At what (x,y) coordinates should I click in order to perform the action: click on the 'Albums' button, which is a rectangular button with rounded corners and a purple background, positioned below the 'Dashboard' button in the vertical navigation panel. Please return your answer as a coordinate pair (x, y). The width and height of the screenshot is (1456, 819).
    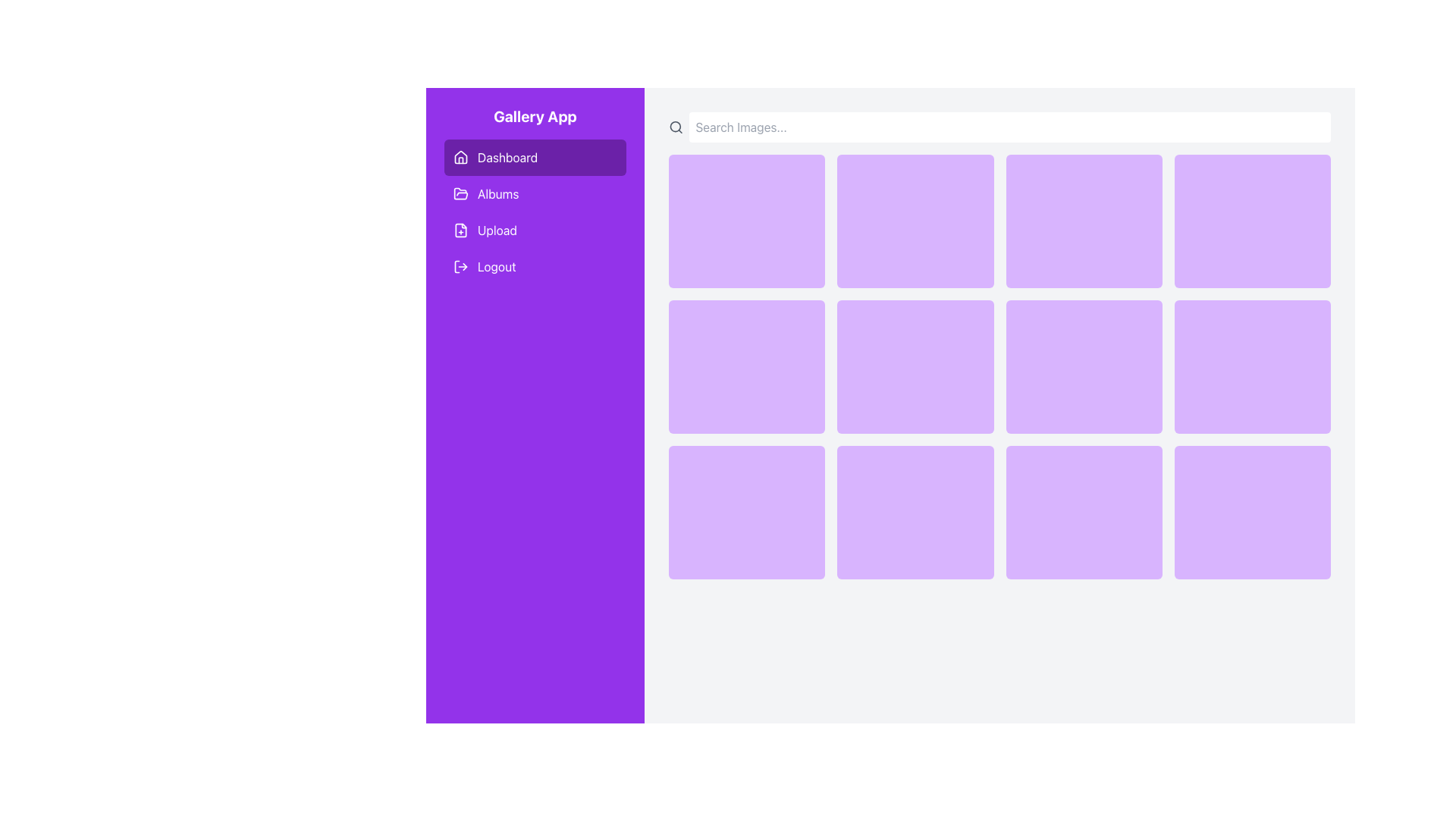
    Looking at the image, I should click on (535, 193).